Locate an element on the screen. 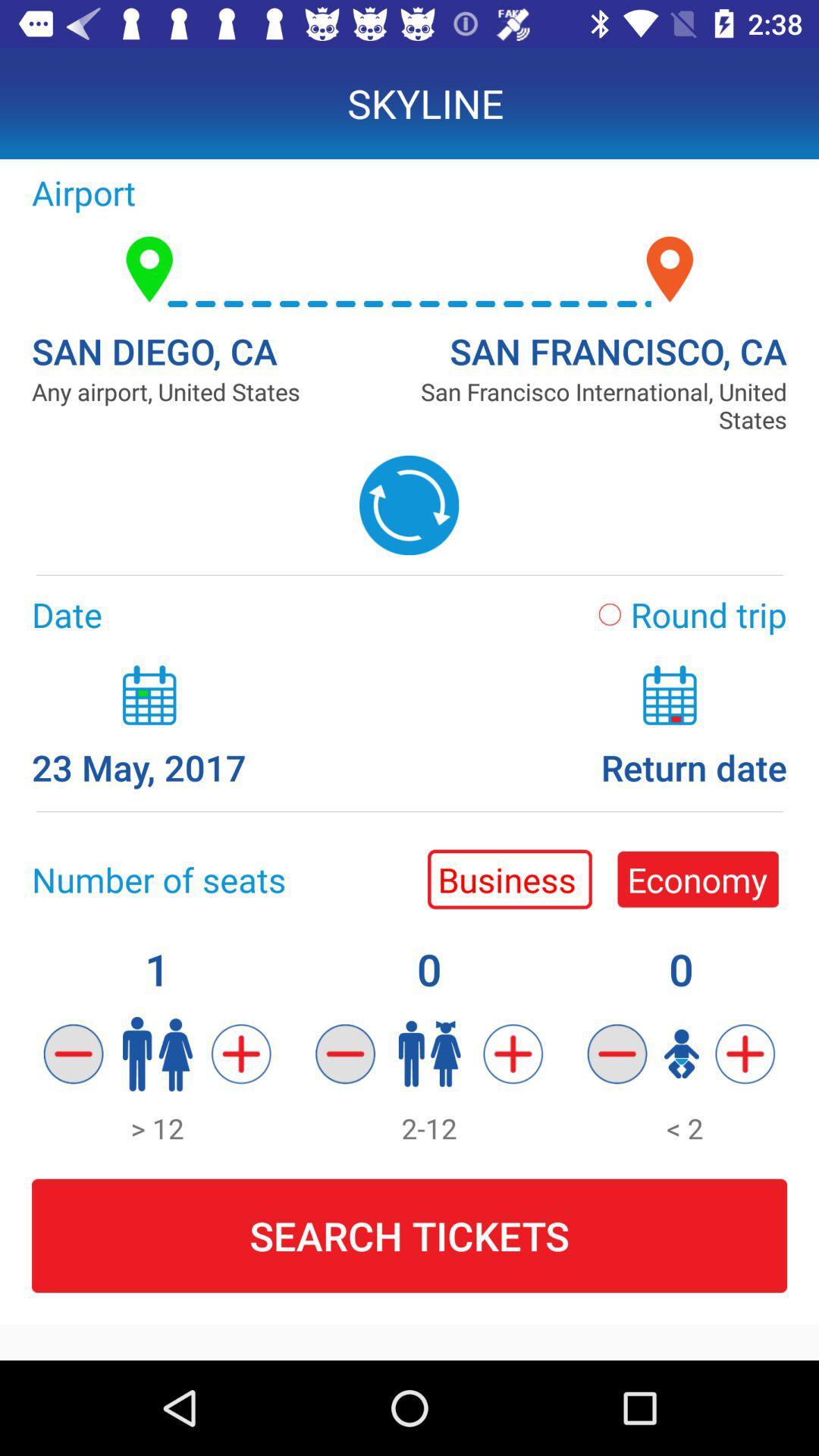  the refresh icon is located at coordinates (408, 505).